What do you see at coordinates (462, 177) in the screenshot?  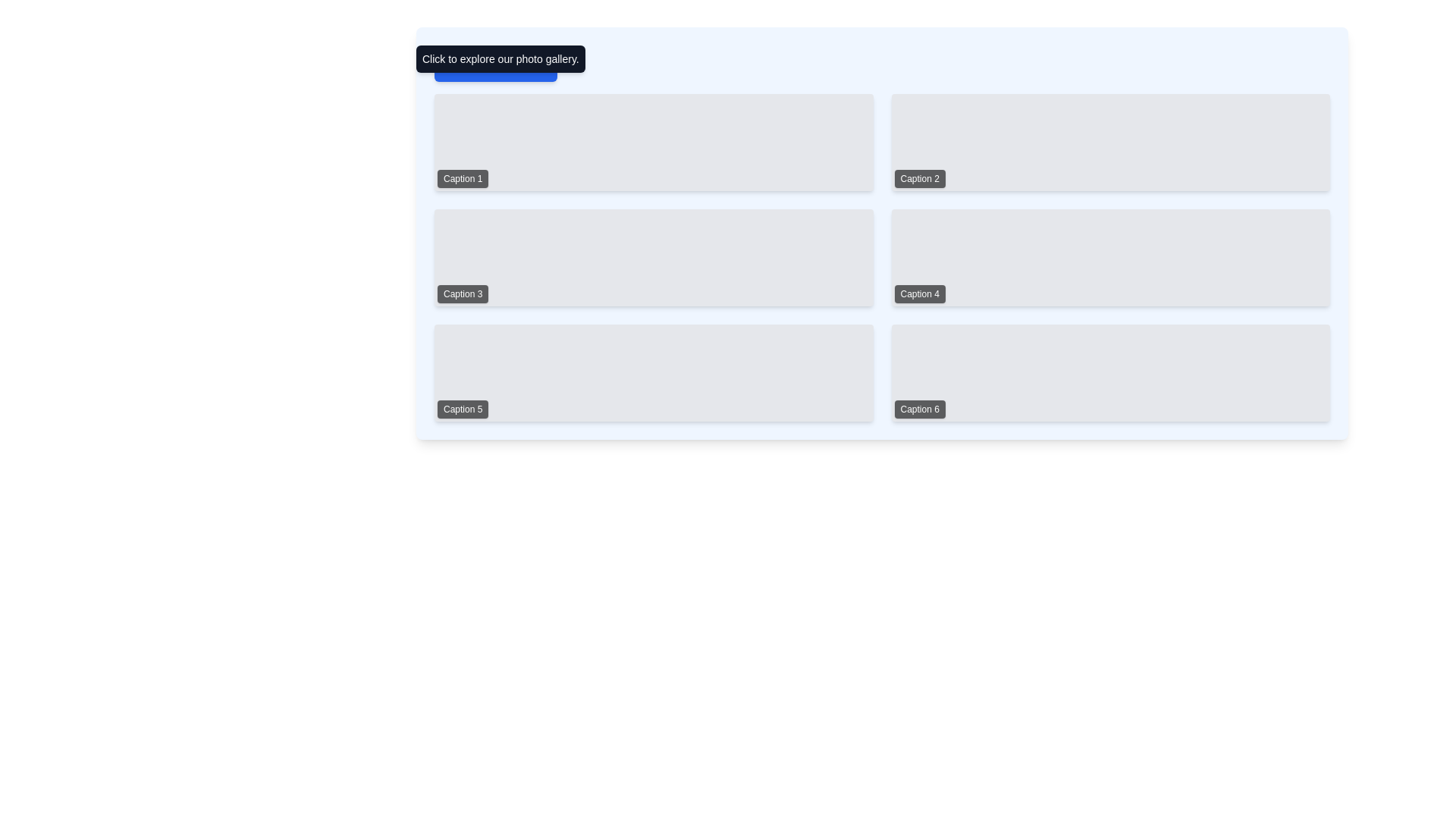 I see `the Text label located at the bottom-left corner of the rectangular section in the top-left quadrant, which serves as the caption for the first item in a two-column grid layout` at bounding box center [462, 177].